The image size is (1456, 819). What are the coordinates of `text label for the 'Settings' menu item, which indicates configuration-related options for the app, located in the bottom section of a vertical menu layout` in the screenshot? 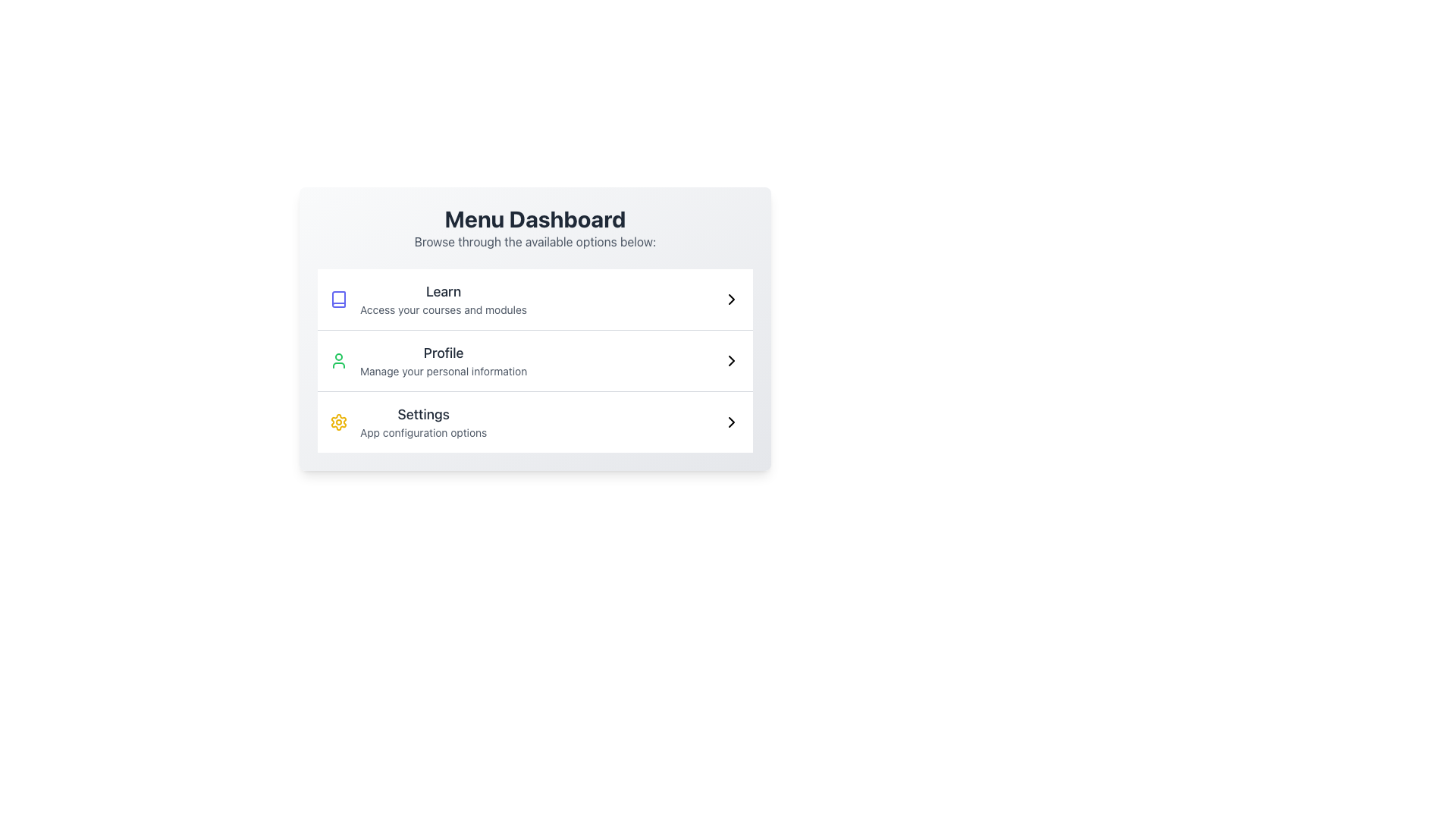 It's located at (423, 415).